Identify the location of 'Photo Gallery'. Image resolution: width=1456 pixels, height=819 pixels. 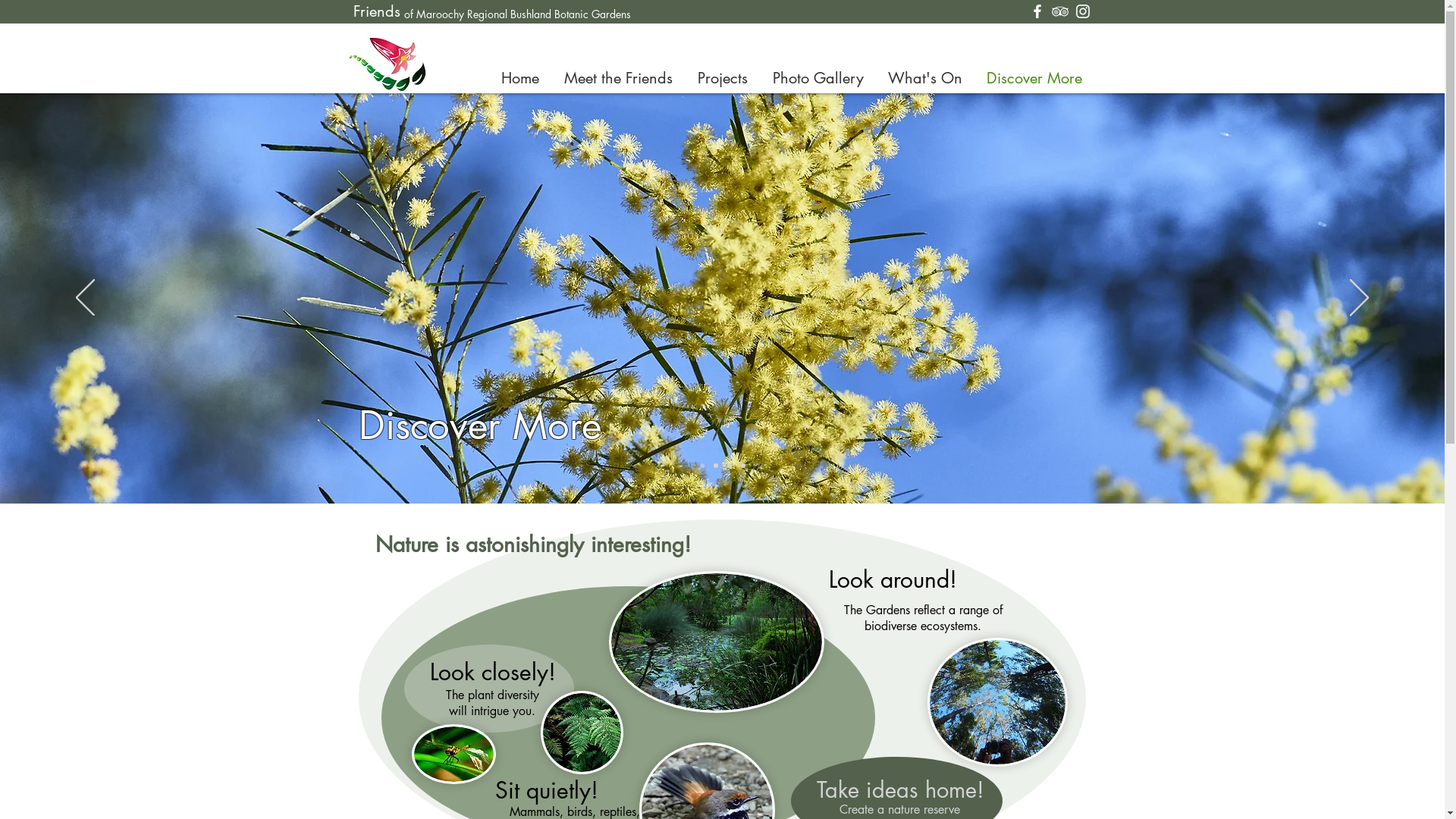
(817, 78).